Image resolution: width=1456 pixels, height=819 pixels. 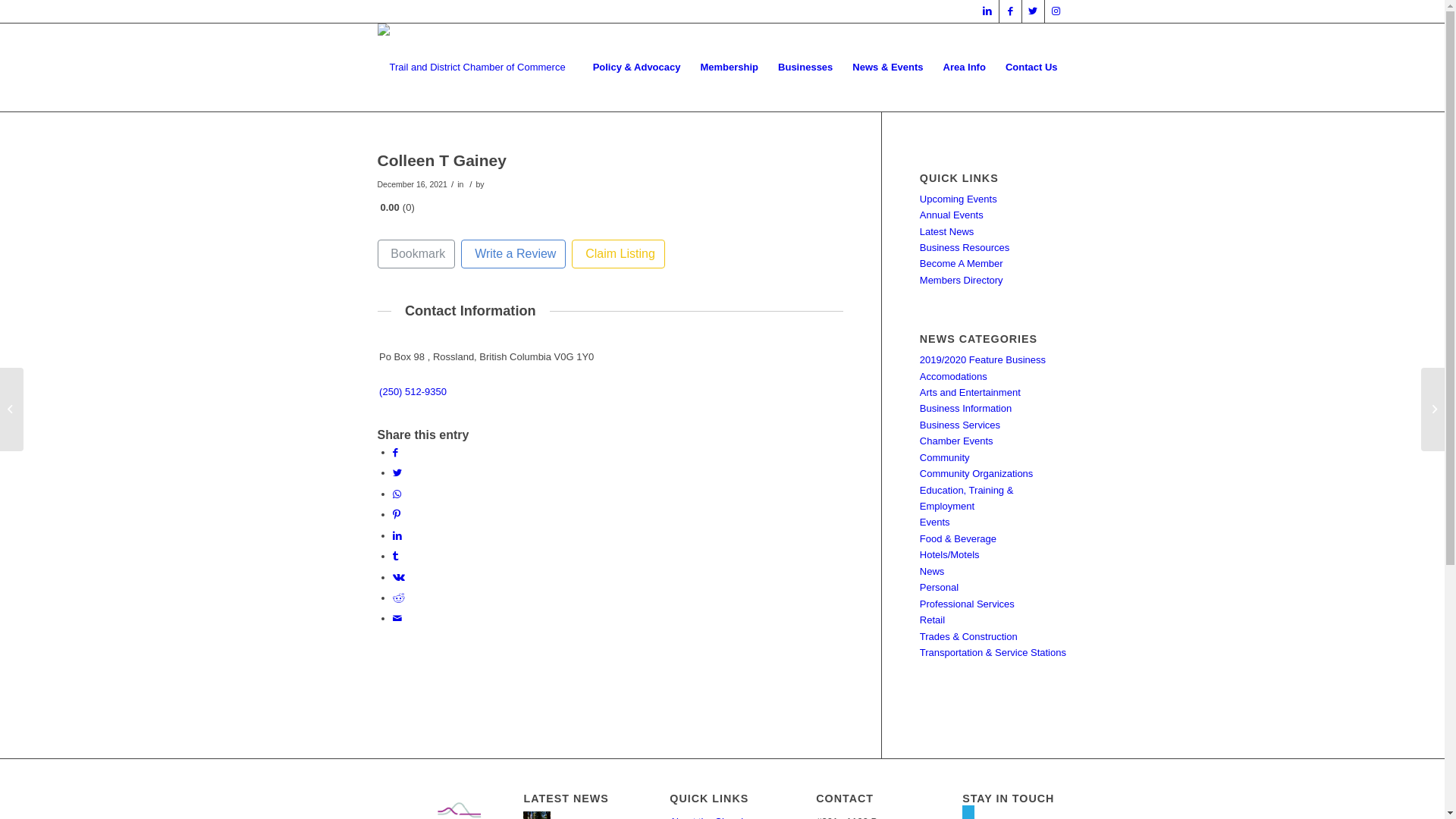 What do you see at coordinates (957, 198) in the screenshot?
I see `'Upcoming Events'` at bounding box center [957, 198].